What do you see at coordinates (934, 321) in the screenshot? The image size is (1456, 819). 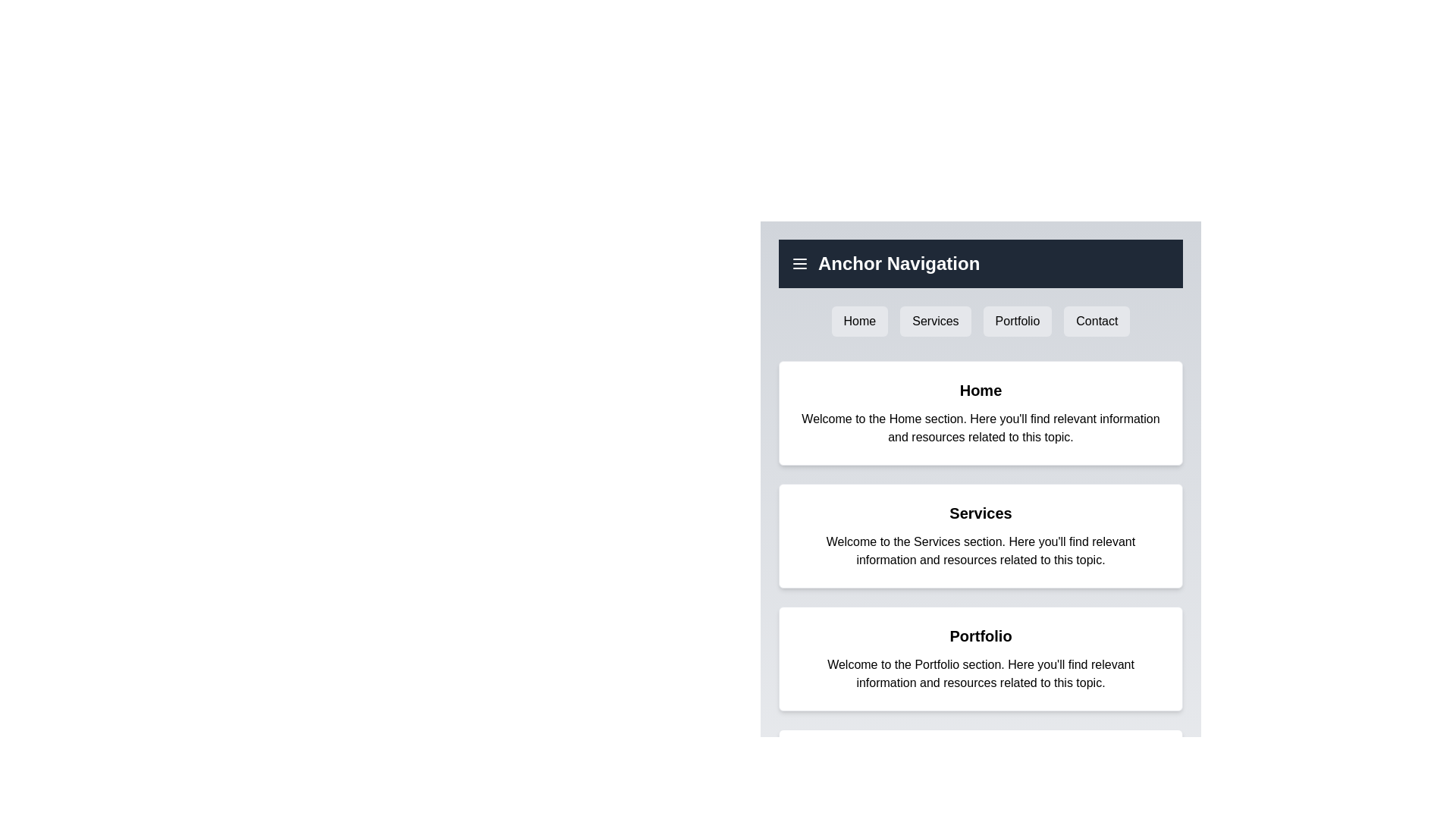 I see `the 'Services' button, which is the second button from the left in the navigation bar` at bounding box center [934, 321].